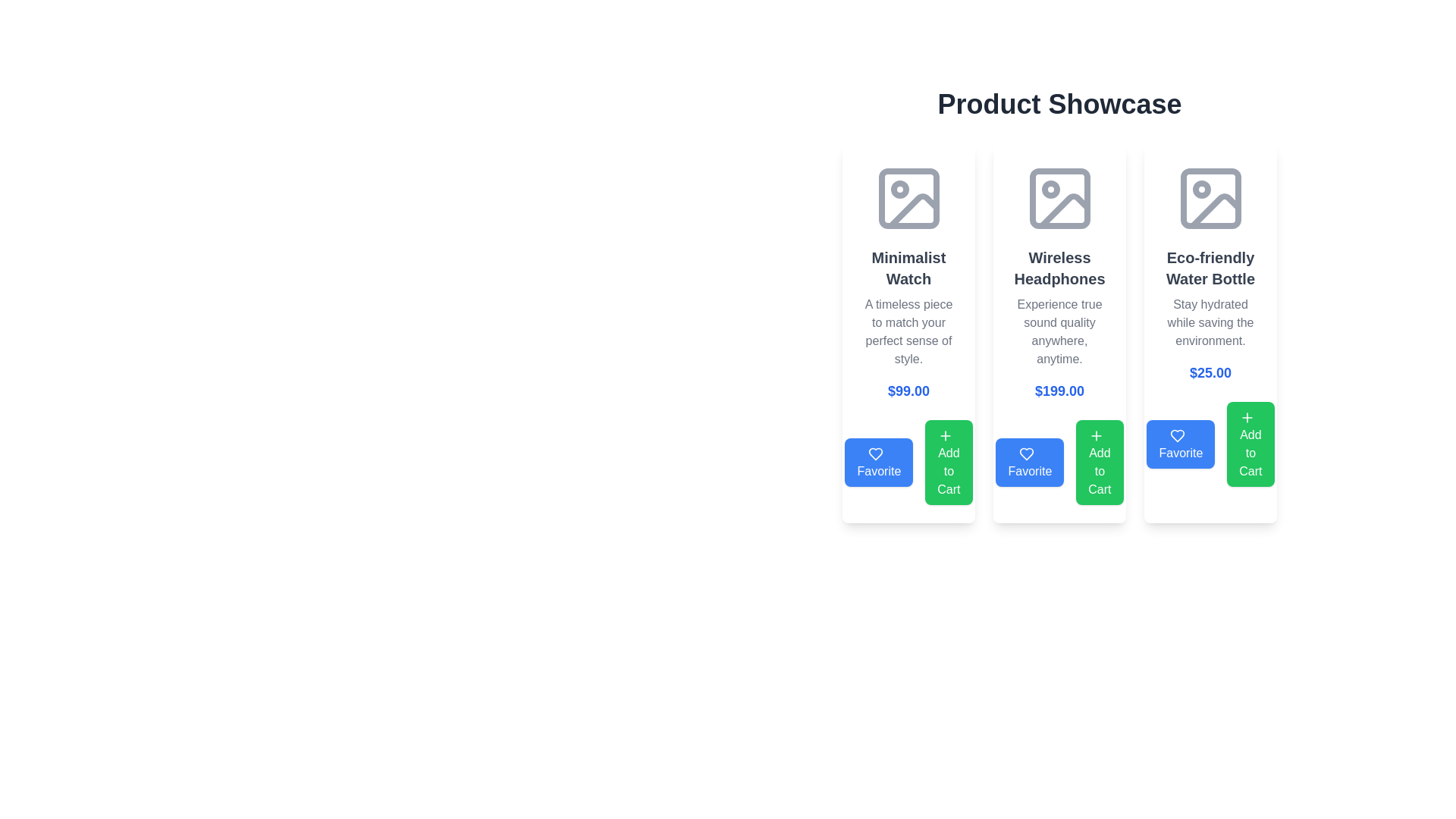 The height and width of the screenshot is (819, 1456). I want to click on the graphic placeholder icon located in the 'Wireless Headphones' section, which is the second card from the left, positioned at the top area above the title 'Wireless Headphones', so click(1059, 198).